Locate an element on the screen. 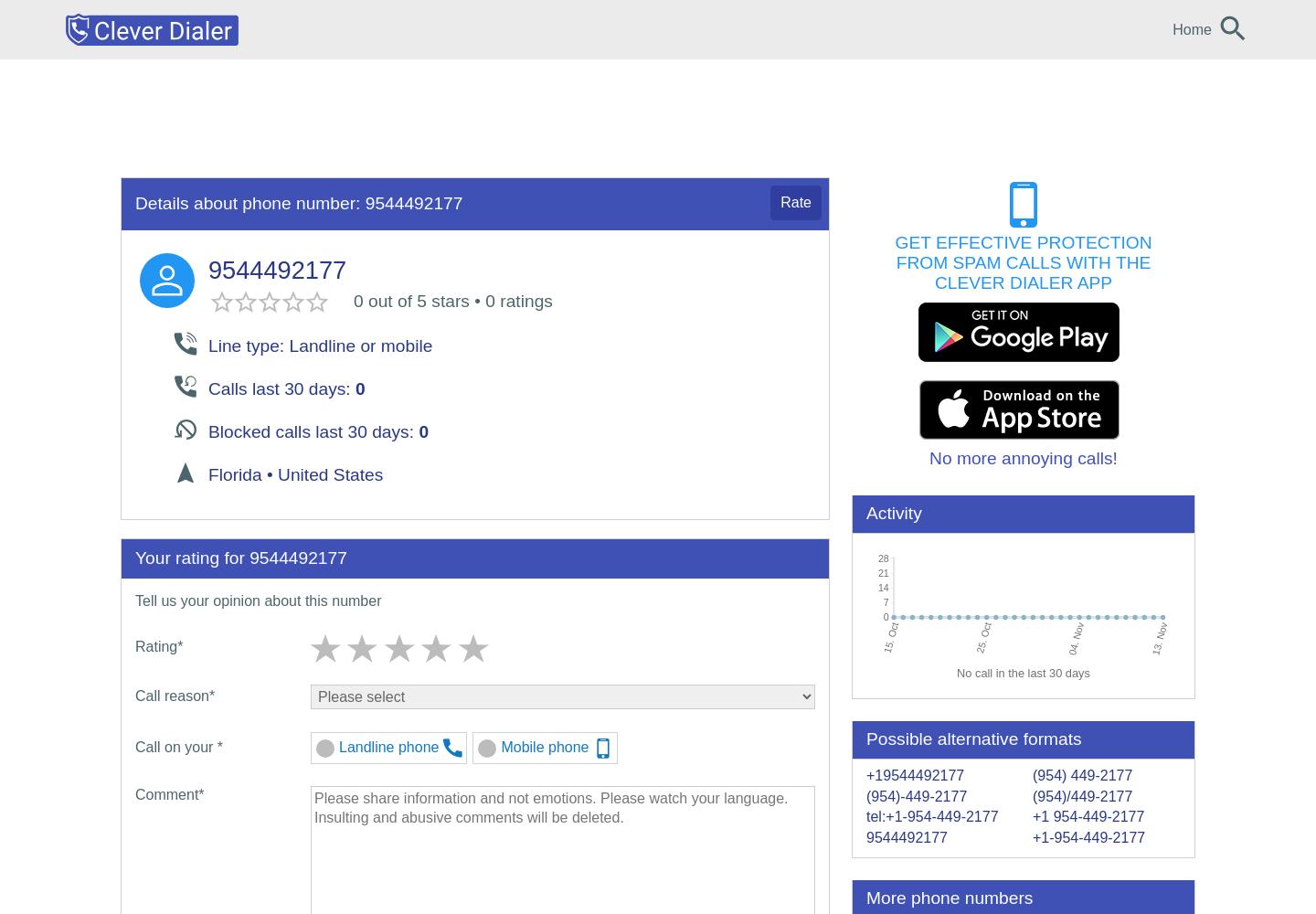 The image size is (1316, 914). '• 0 ratings' is located at coordinates (510, 299).